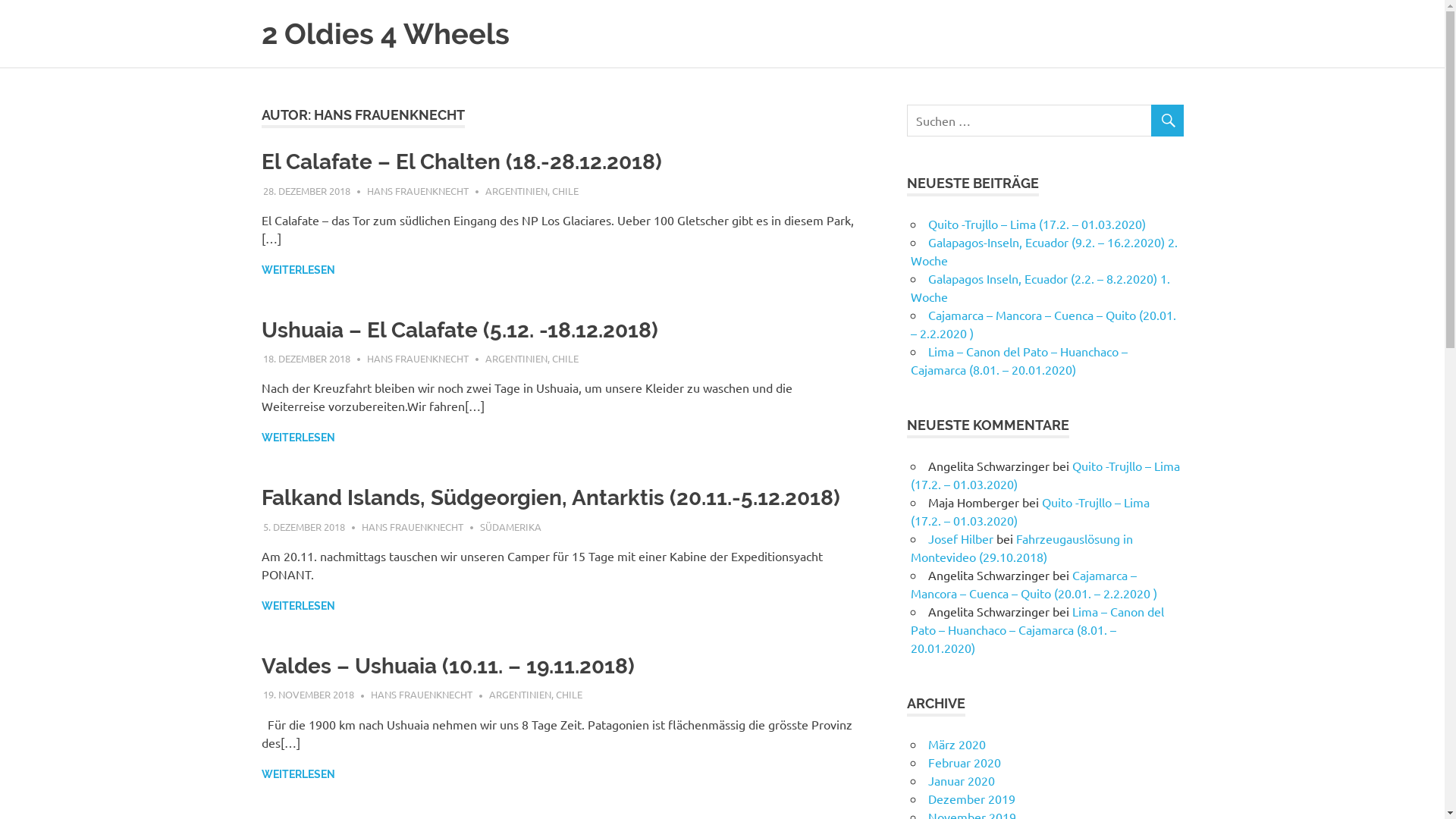 The height and width of the screenshot is (819, 1456). Describe the element at coordinates (384, 33) in the screenshot. I see `'2 Oldies 4 Wheels'` at that location.